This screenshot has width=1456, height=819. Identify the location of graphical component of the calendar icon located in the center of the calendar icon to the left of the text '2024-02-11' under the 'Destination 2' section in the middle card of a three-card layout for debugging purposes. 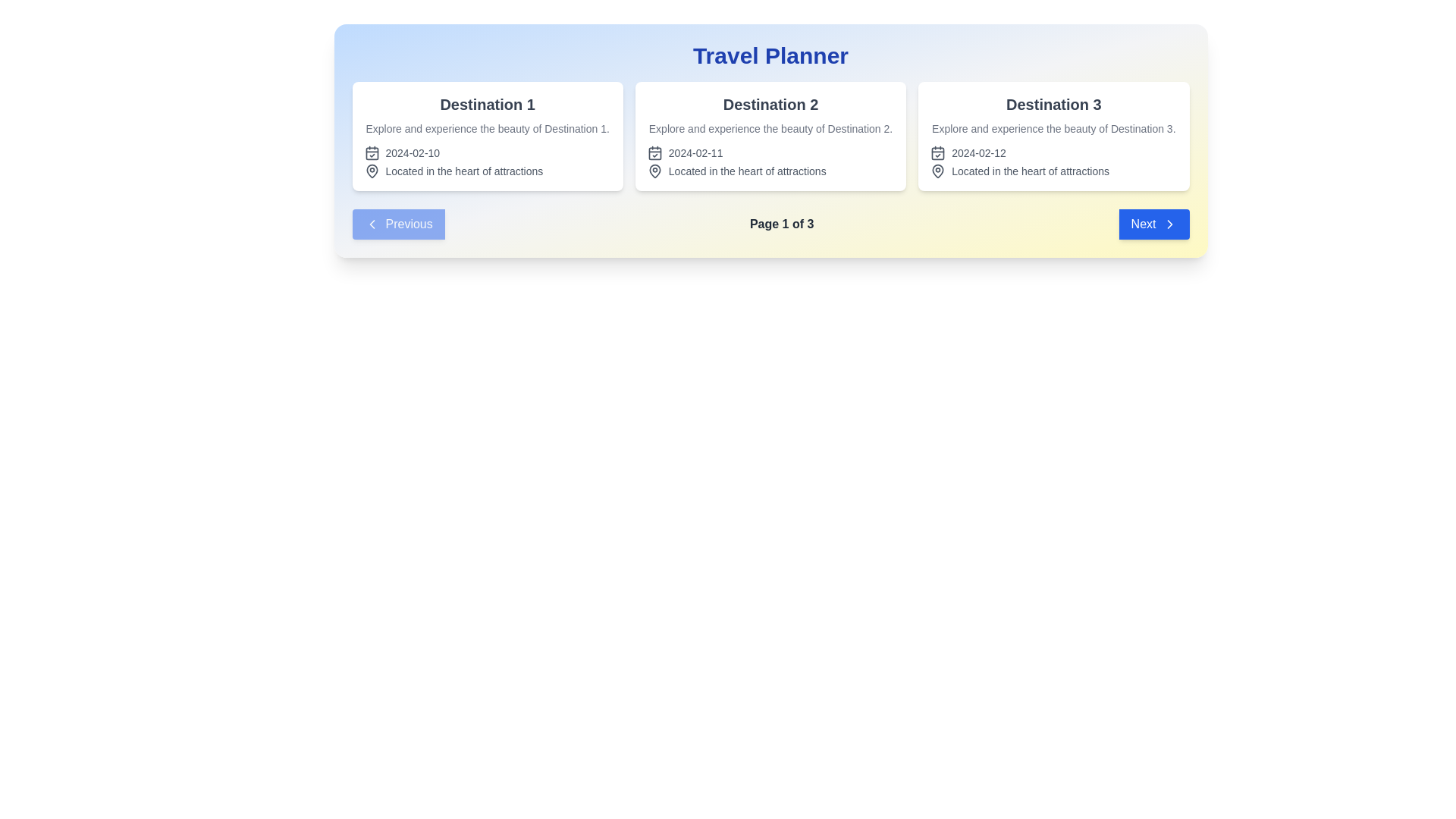
(654, 153).